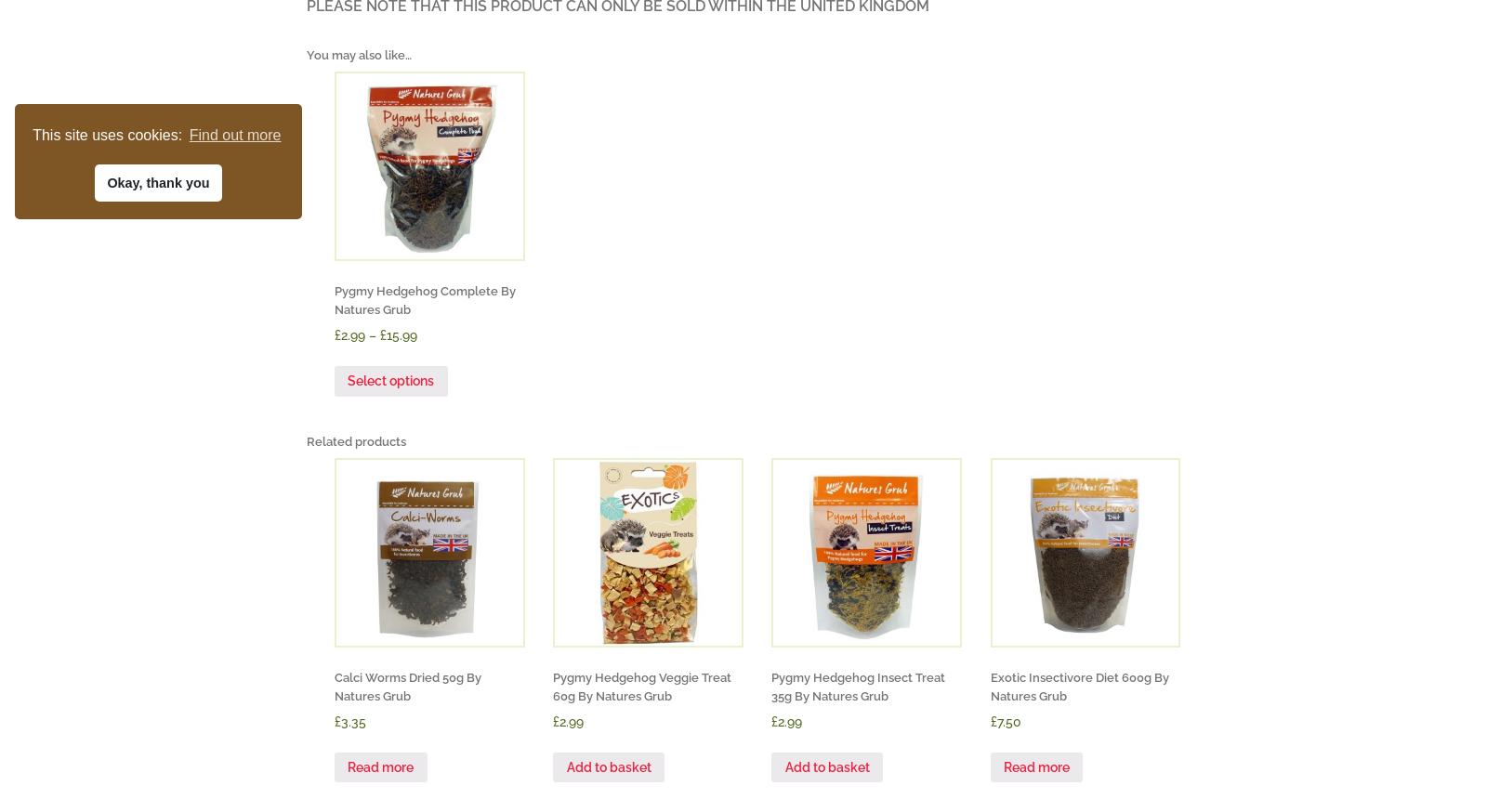 The height and width of the screenshot is (812, 1487). What do you see at coordinates (306, 439) in the screenshot?
I see `'Related products'` at bounding box center [306, 439].